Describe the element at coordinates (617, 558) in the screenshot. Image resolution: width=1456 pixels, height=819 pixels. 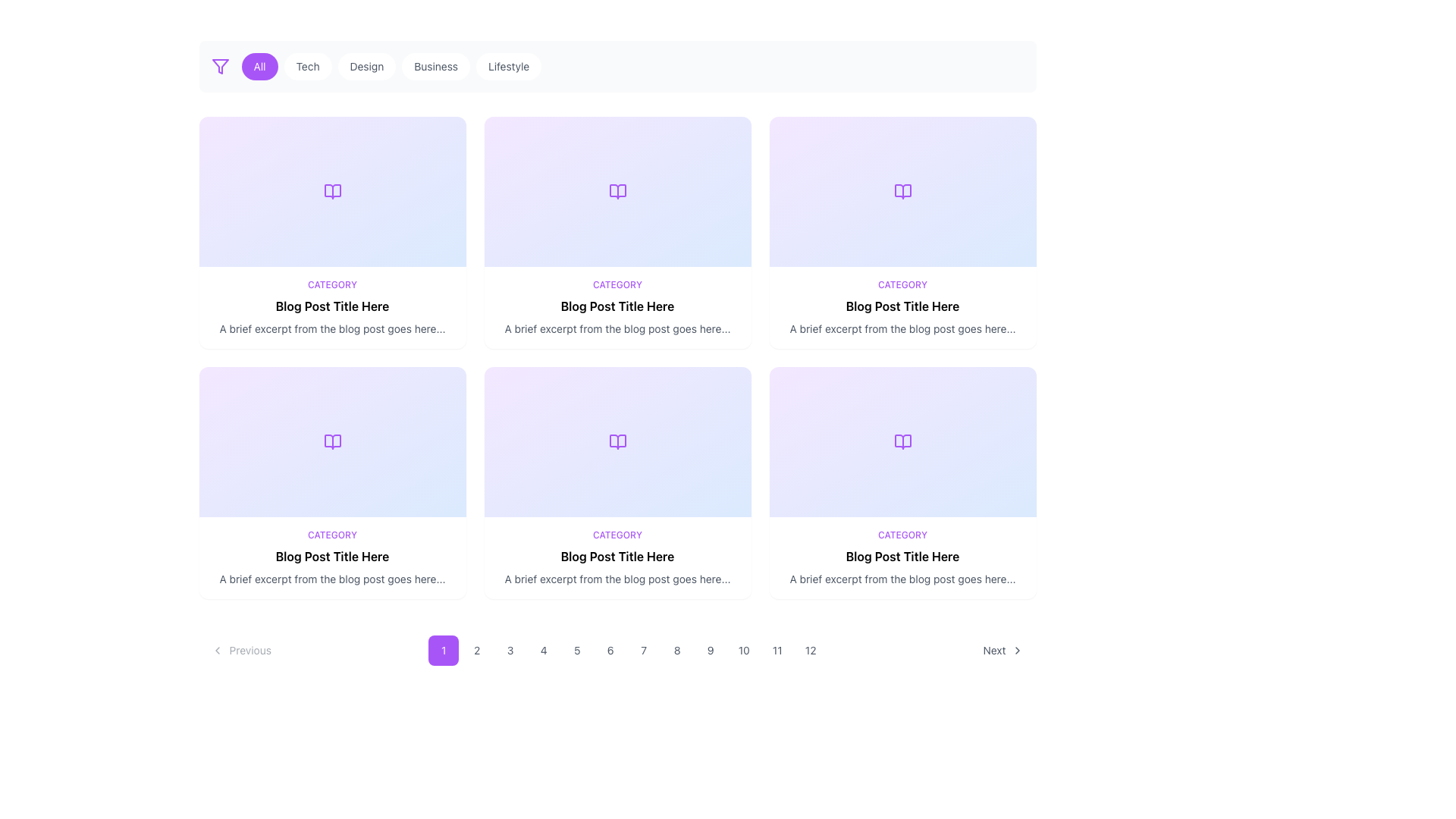
I see `the blog post preview card located in the second row and third column of the grid layout` at that location.